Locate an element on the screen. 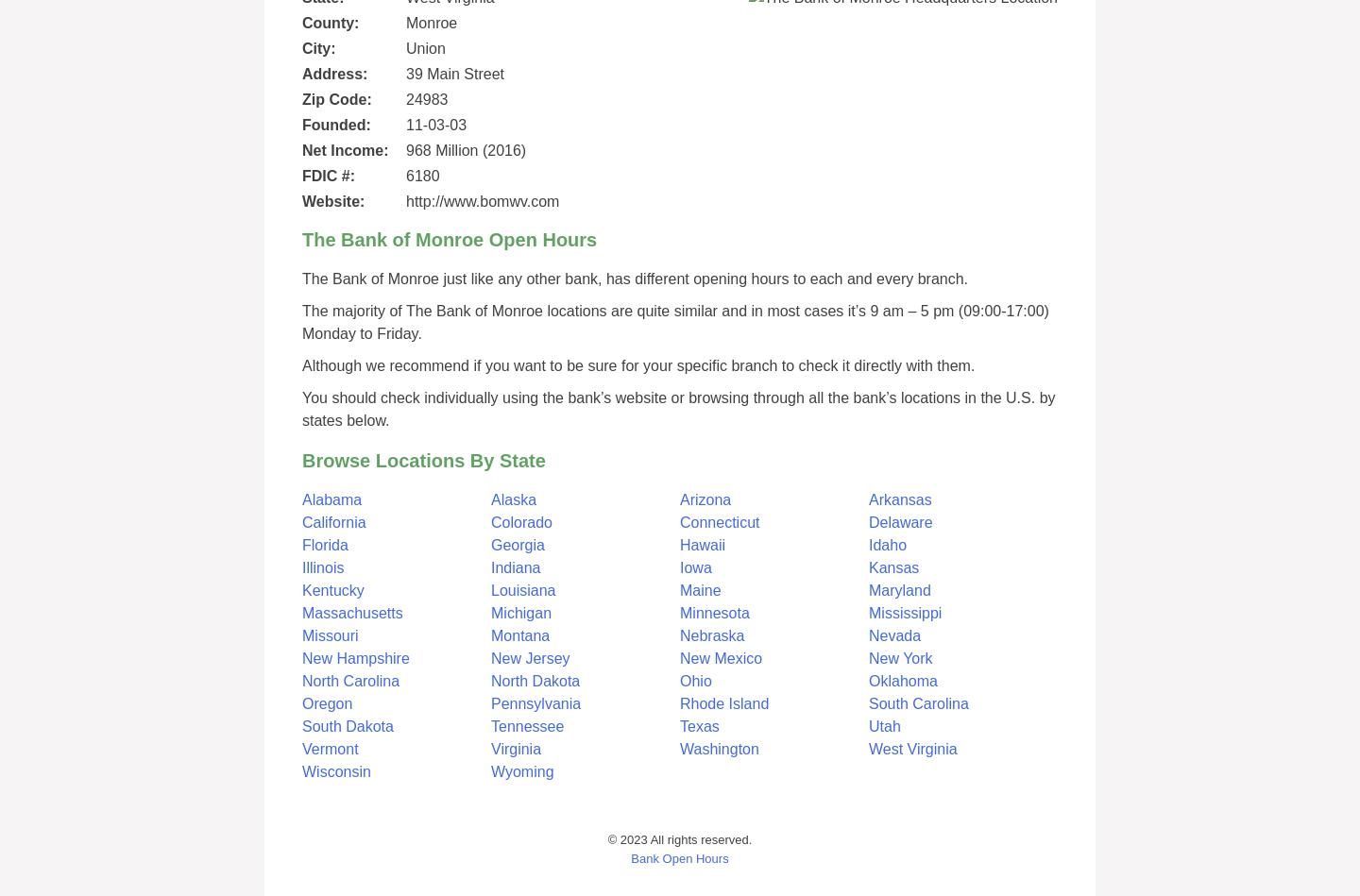 This screenshot has height=896, width=1360. 'Florida' is located at coordinates (325, 544).